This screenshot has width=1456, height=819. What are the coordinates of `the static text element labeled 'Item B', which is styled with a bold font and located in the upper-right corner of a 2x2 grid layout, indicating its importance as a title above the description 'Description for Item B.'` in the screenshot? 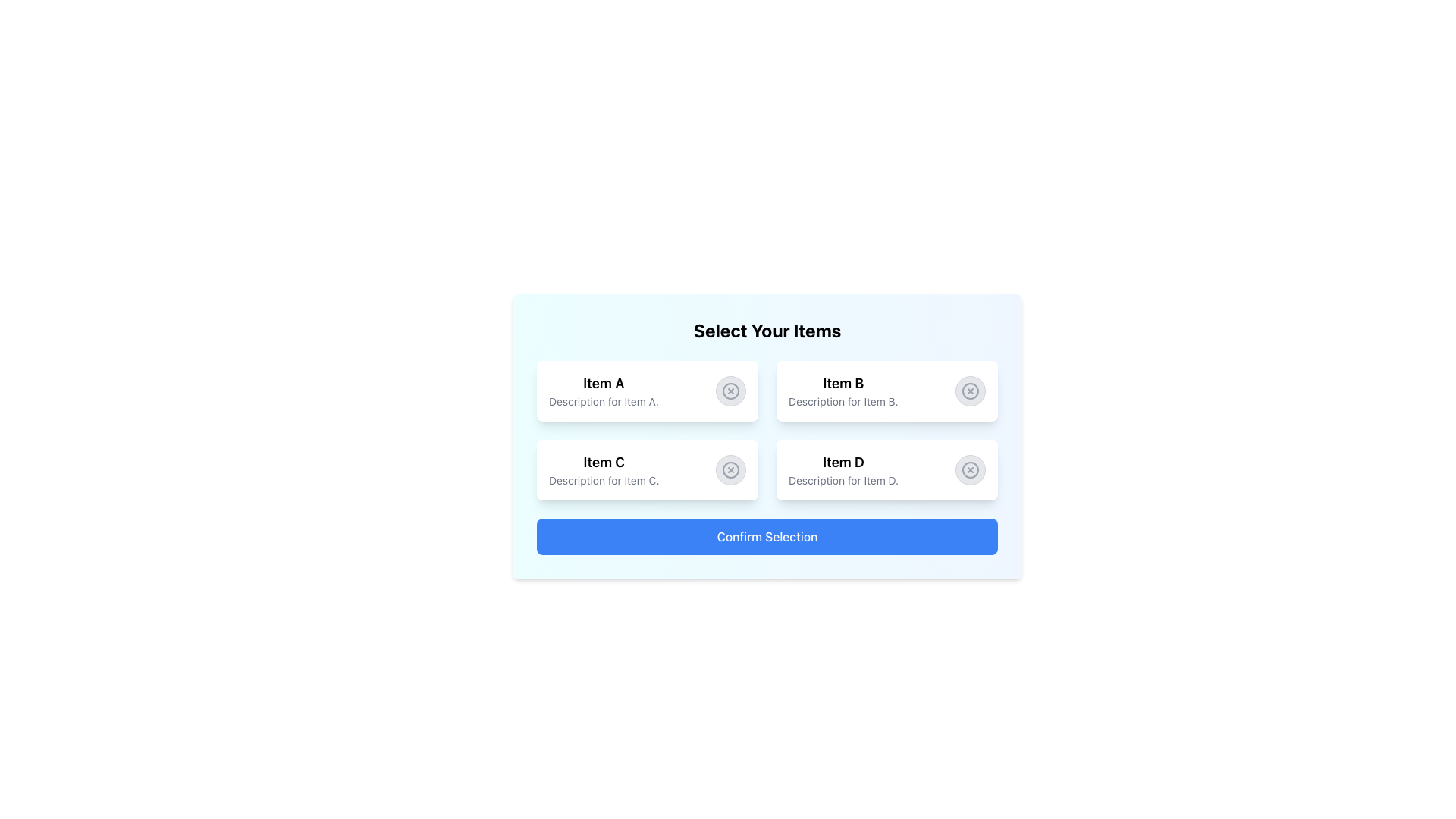 It's located at (843, 382).